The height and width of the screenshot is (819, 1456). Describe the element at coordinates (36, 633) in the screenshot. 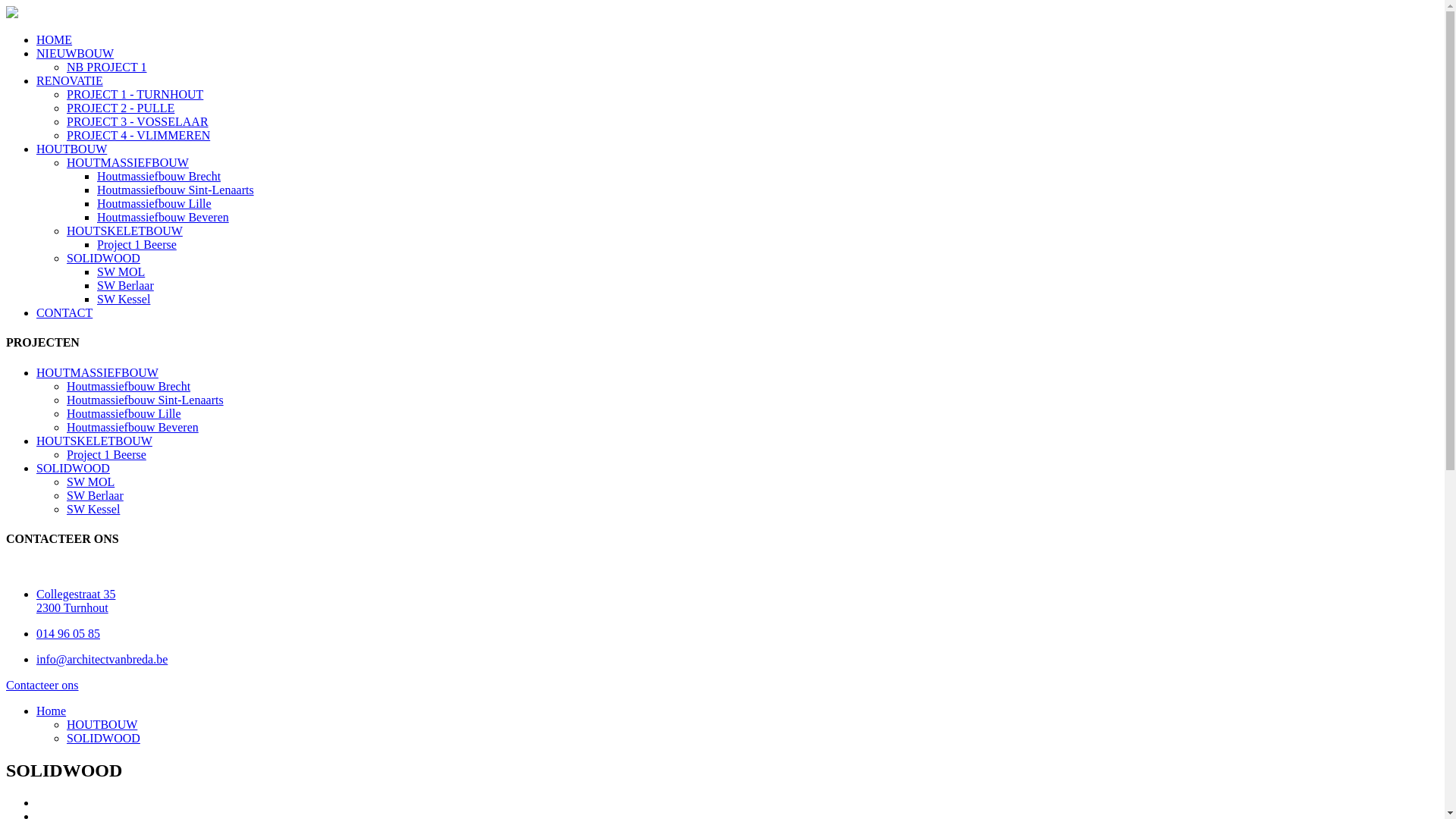

I see `'014 96 05 85'` at that location.